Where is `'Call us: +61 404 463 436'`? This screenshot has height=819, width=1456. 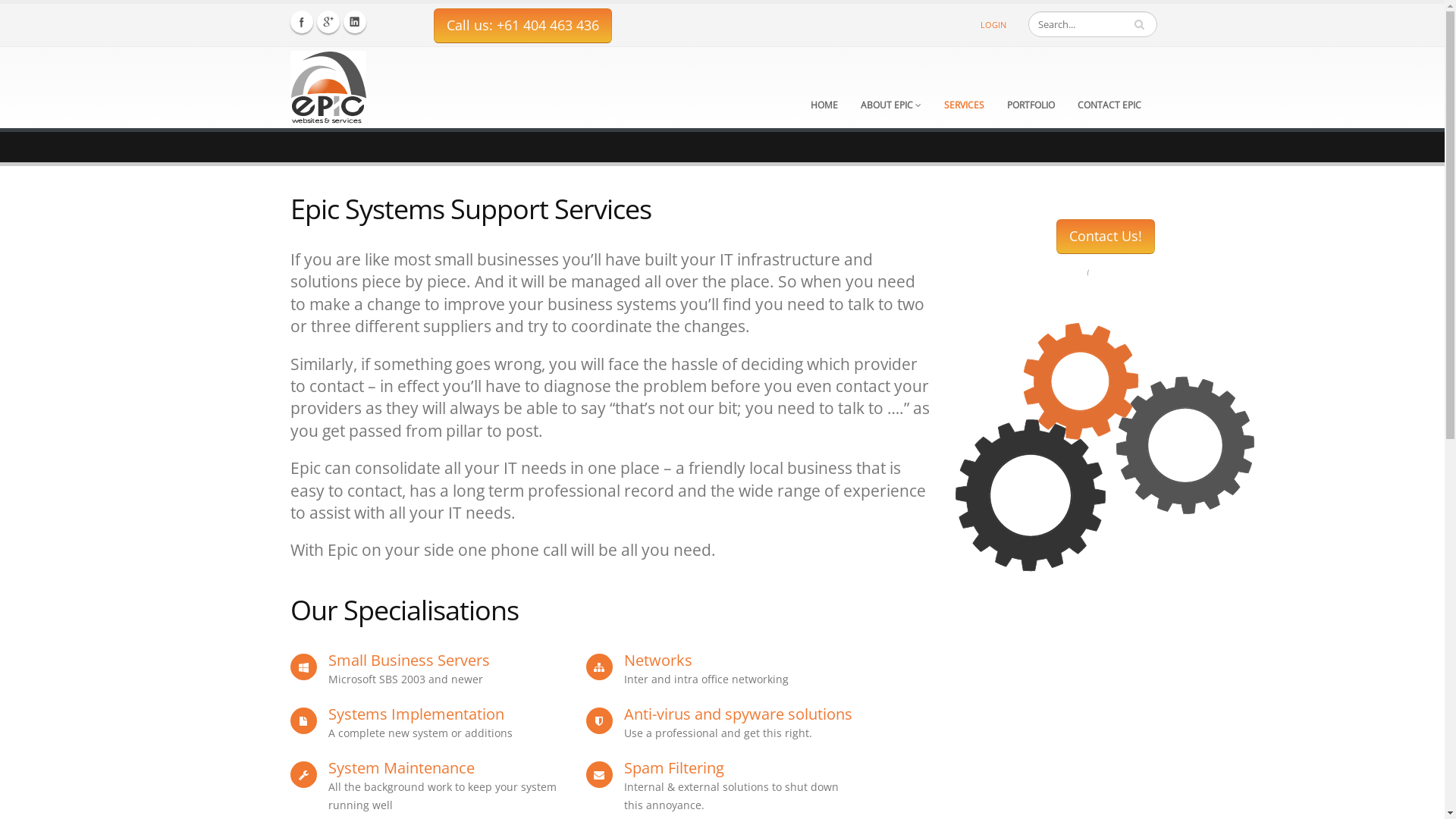 'Call us: +61 404 463 436' is located at coordinates (522, 26).